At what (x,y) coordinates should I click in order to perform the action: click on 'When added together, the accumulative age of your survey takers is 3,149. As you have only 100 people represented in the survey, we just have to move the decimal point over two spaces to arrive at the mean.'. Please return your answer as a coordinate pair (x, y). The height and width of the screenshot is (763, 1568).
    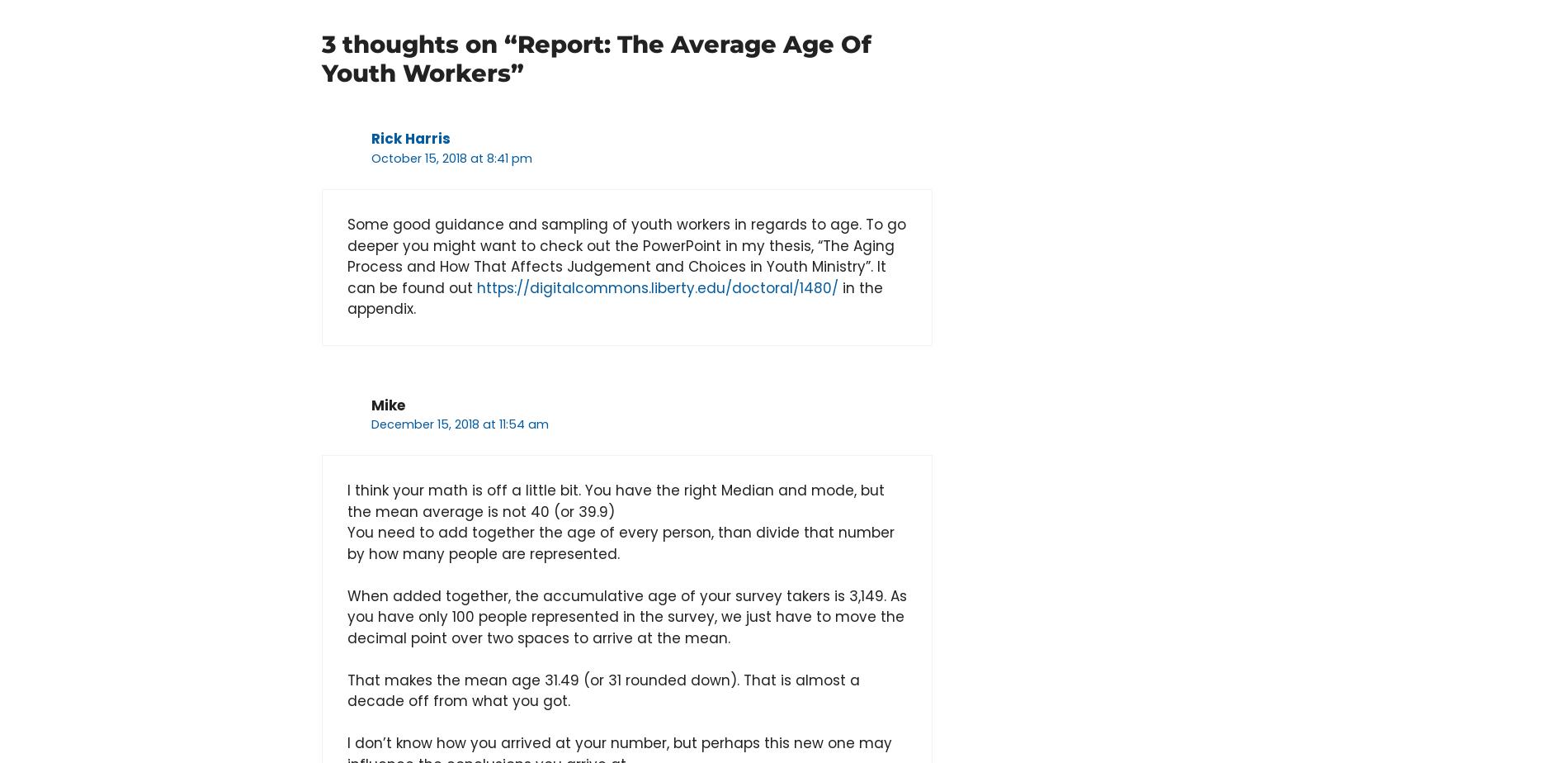
    Looking at the image, I should click on (626, 616).